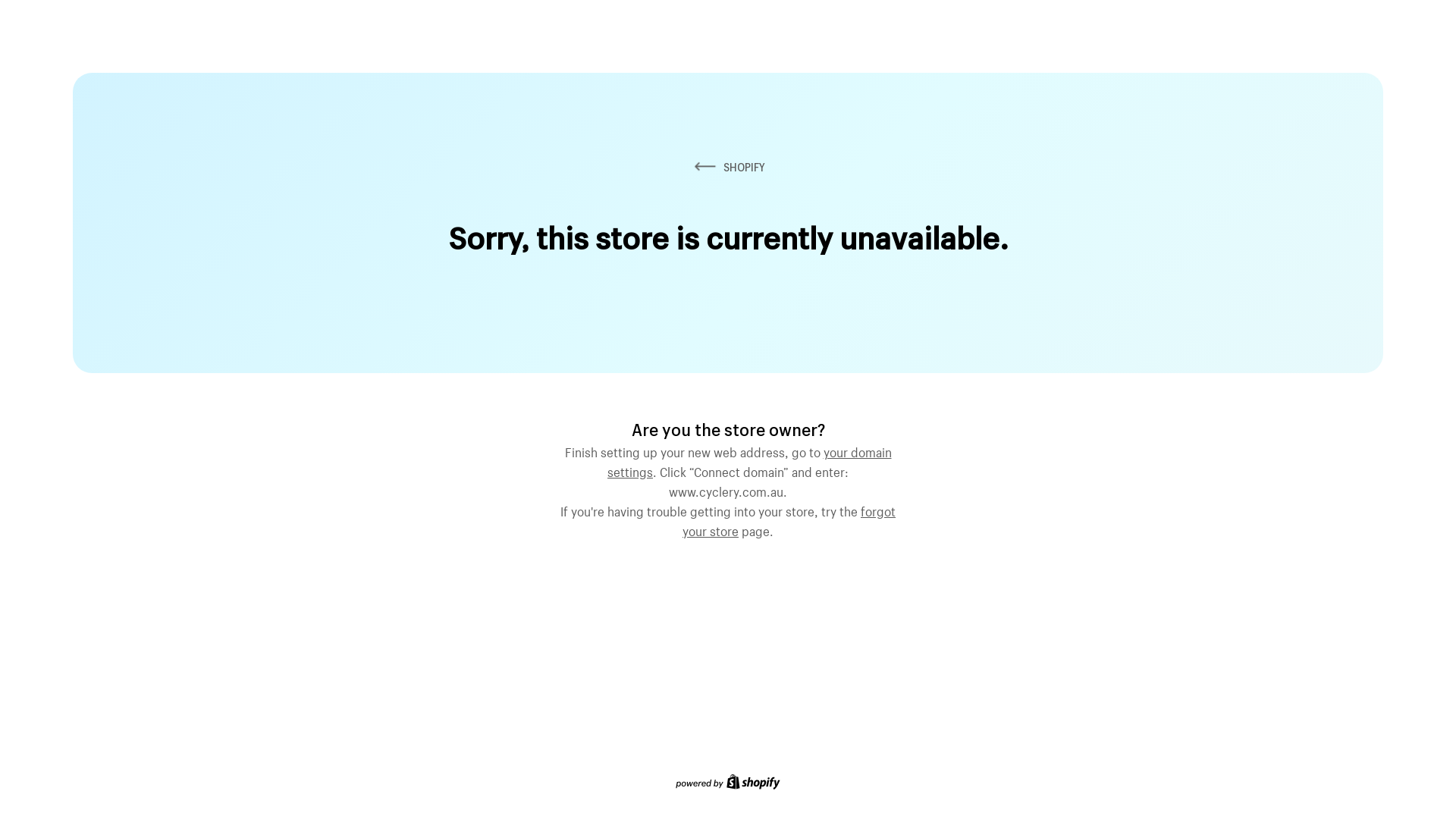 Image resolution: width=1456 pixels, height=819 pixels. What do you see at coordinates (749, 459) in the screenshot?
I see `'your domain settings'` at bounding box center [749, 459].